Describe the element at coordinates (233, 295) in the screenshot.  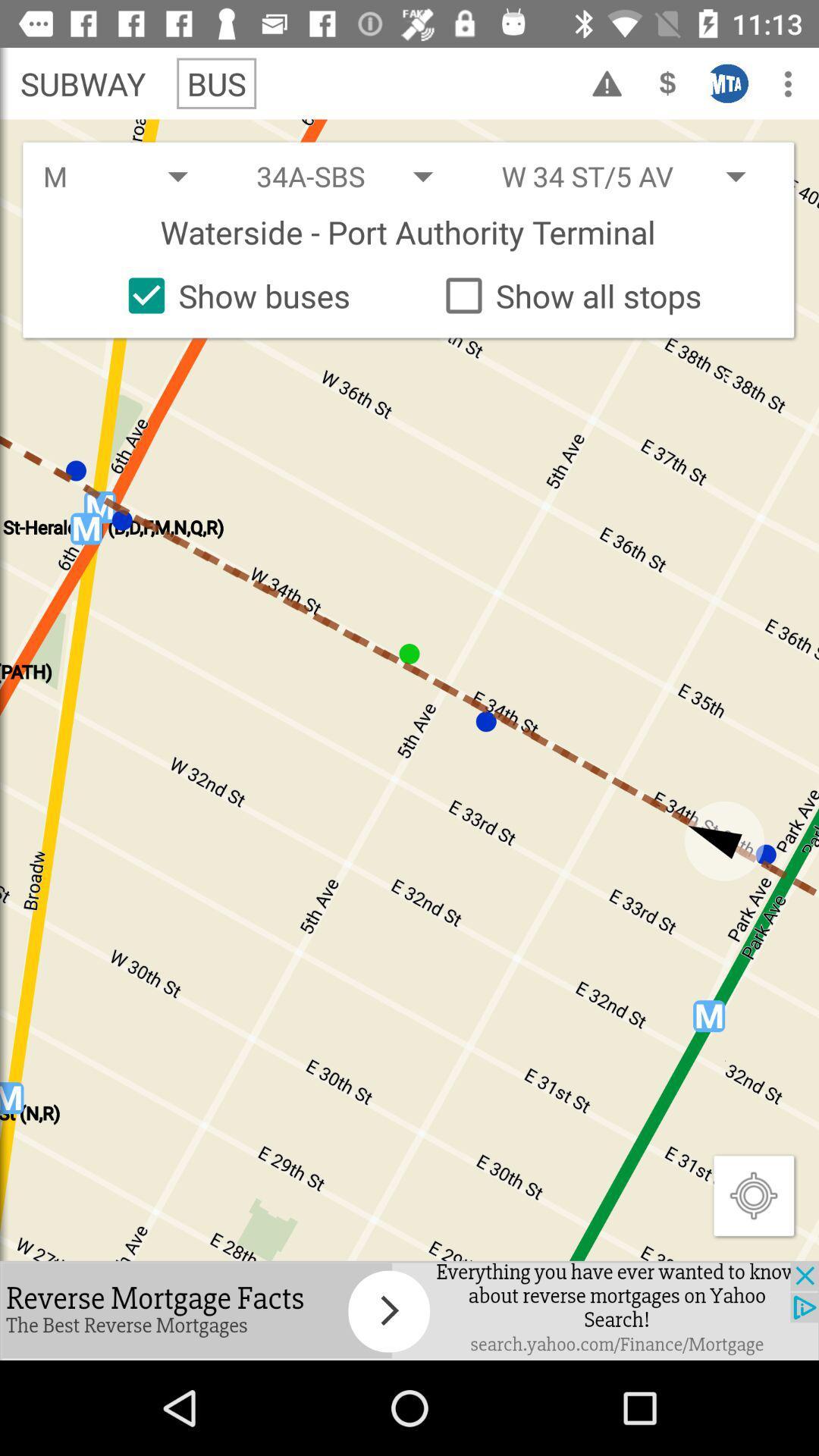
I see `show buses which is below waterside on the page` at that location.